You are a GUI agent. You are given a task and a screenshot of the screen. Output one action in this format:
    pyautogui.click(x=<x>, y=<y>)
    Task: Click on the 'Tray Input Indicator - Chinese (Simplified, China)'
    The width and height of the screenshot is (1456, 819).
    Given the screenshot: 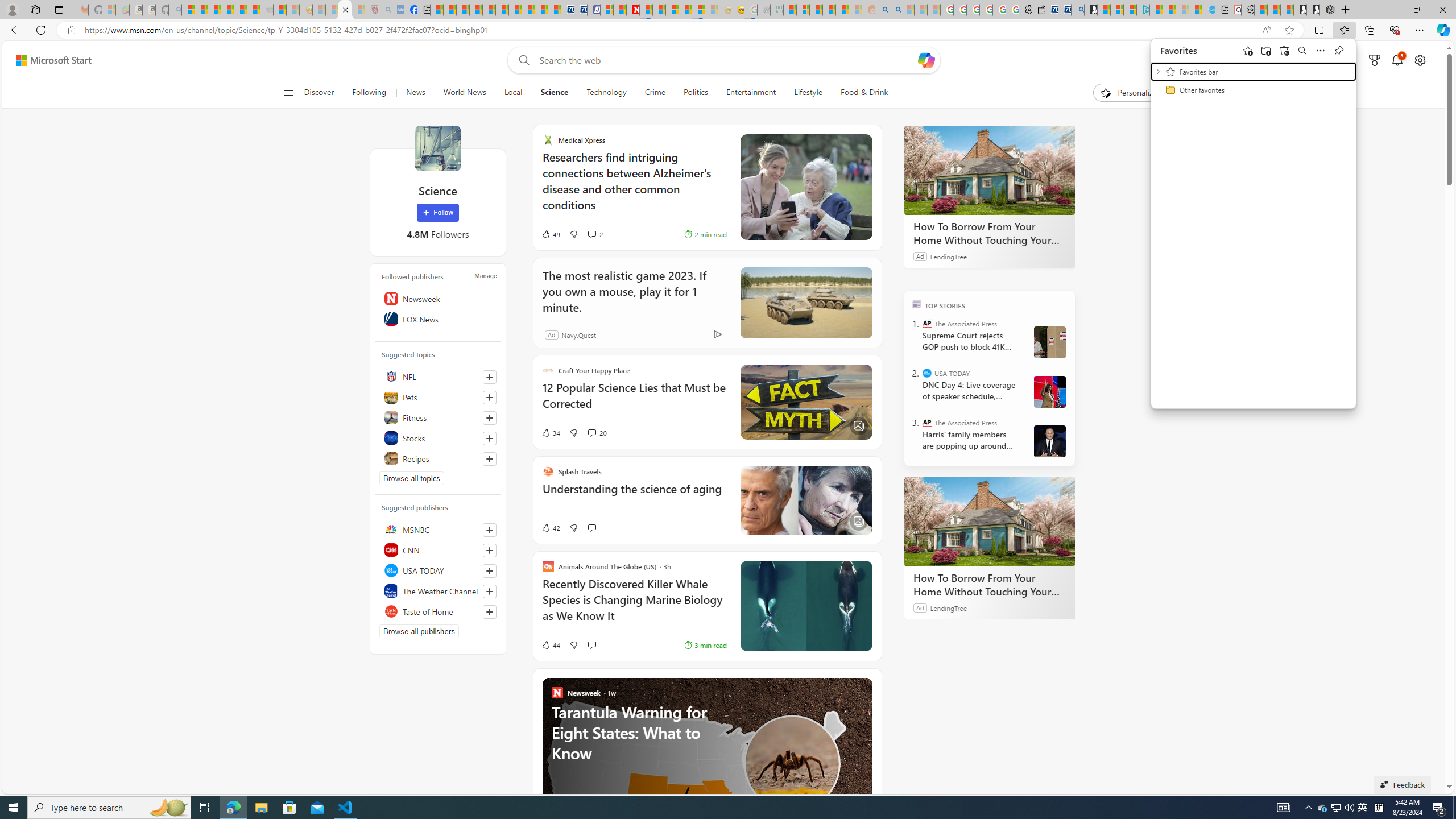 What is the action you would take?
    pyautogui.click(x=1379, y=806)
    